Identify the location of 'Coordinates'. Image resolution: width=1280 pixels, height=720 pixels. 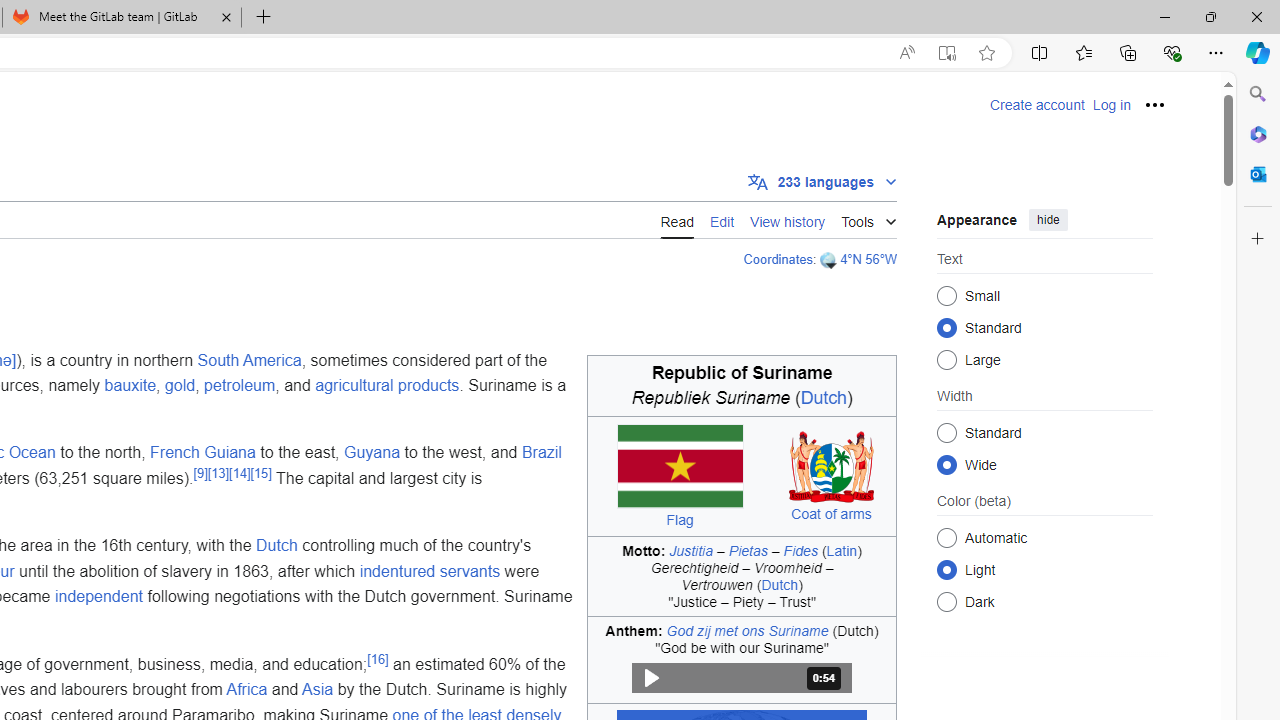
(776, 258).